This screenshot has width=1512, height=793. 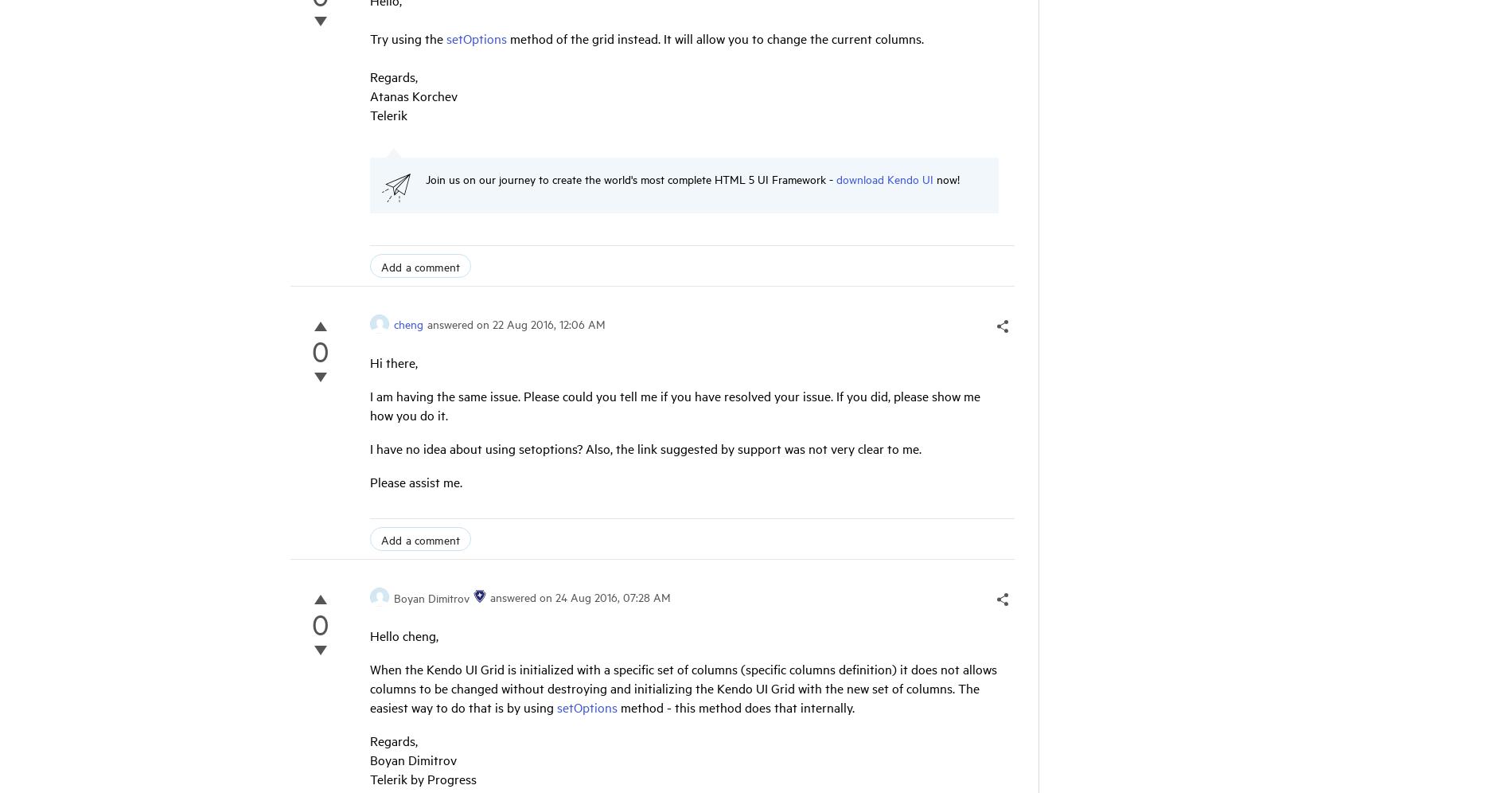 What do you see at coordinates (408, 37) in the screenshot?
I see `'Try using the'` at bounding box center [408, 37].